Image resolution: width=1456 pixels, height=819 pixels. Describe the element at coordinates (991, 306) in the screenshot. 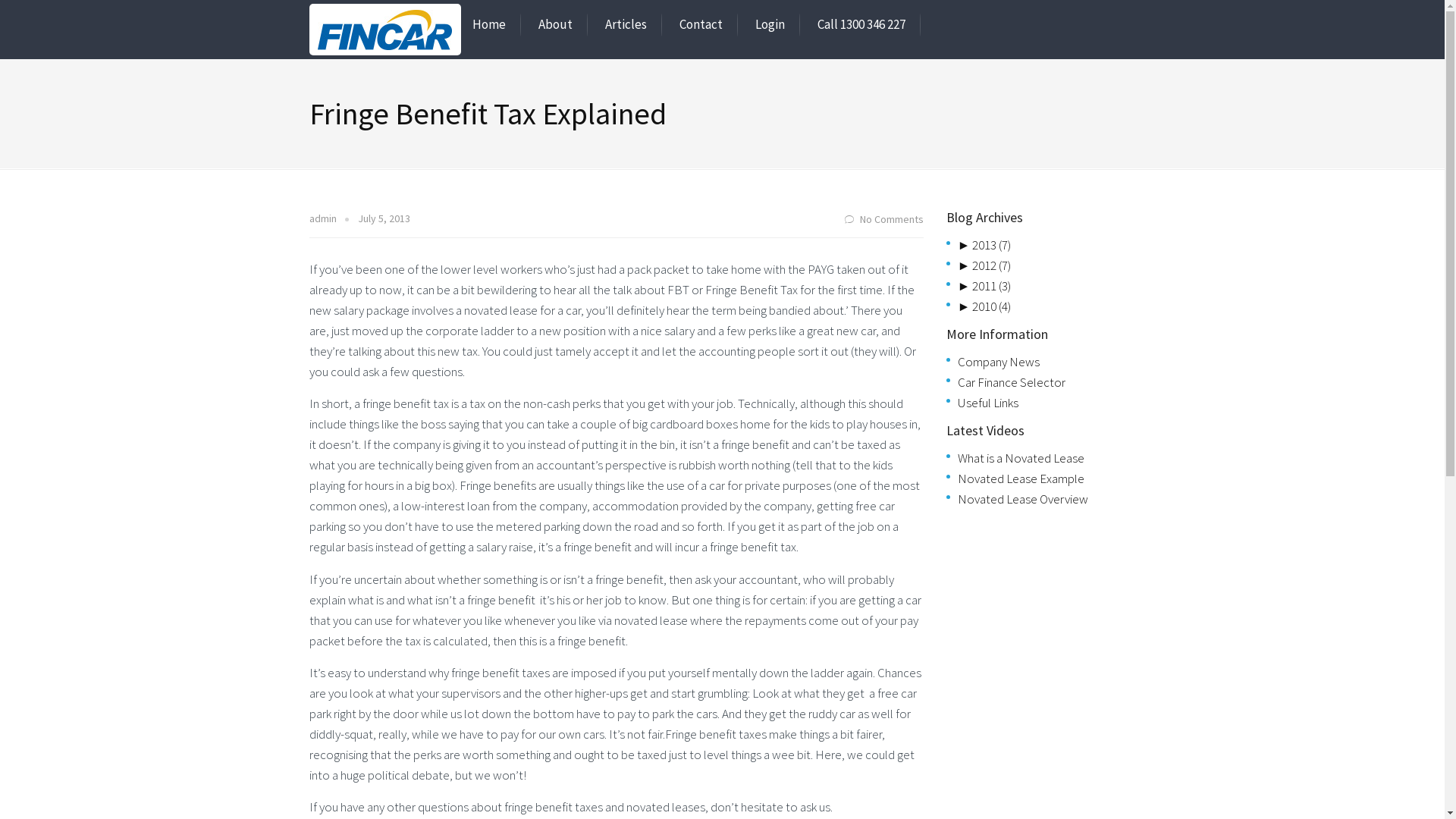

I see `'2010 (4)'` at that location.